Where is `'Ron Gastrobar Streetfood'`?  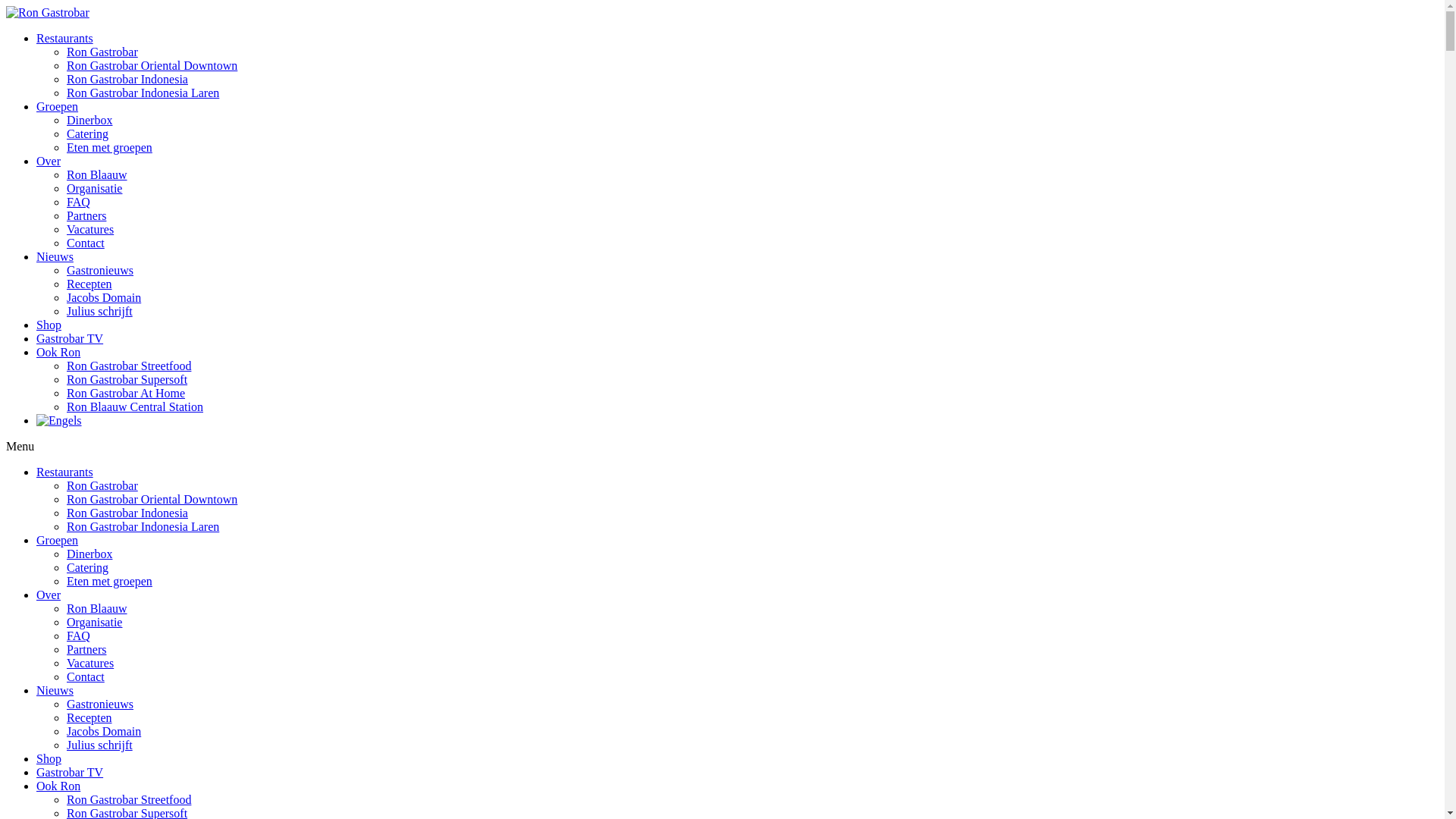
'Ron Gastrobar Streetfood' is located at coordinates (65, 366).